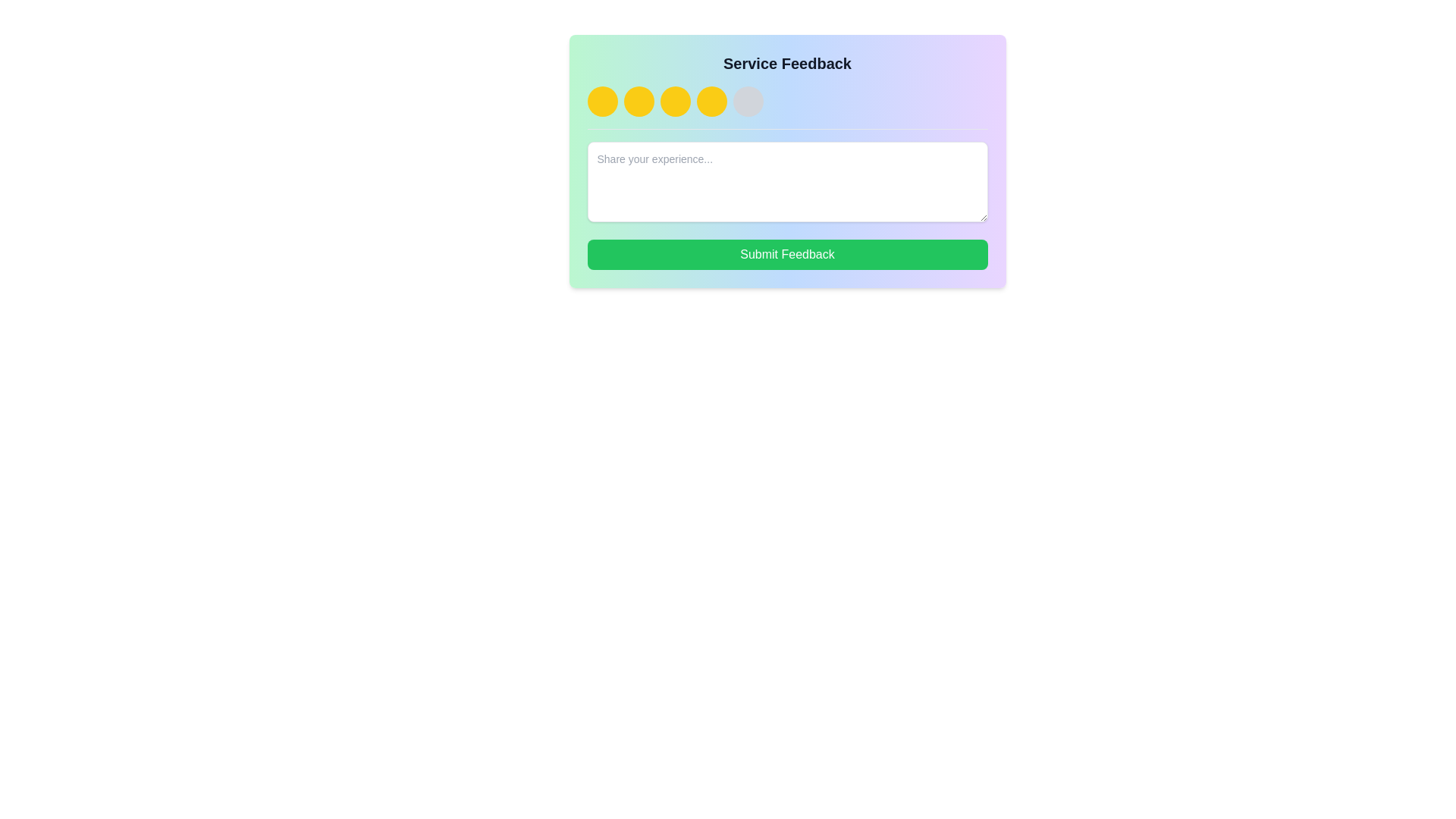 This screenshot has width=1456, height=819. Describe the element at coordinates (711, 102) in the screenshot. I see `the fourth circular rating button in the feedback interface` at that location.